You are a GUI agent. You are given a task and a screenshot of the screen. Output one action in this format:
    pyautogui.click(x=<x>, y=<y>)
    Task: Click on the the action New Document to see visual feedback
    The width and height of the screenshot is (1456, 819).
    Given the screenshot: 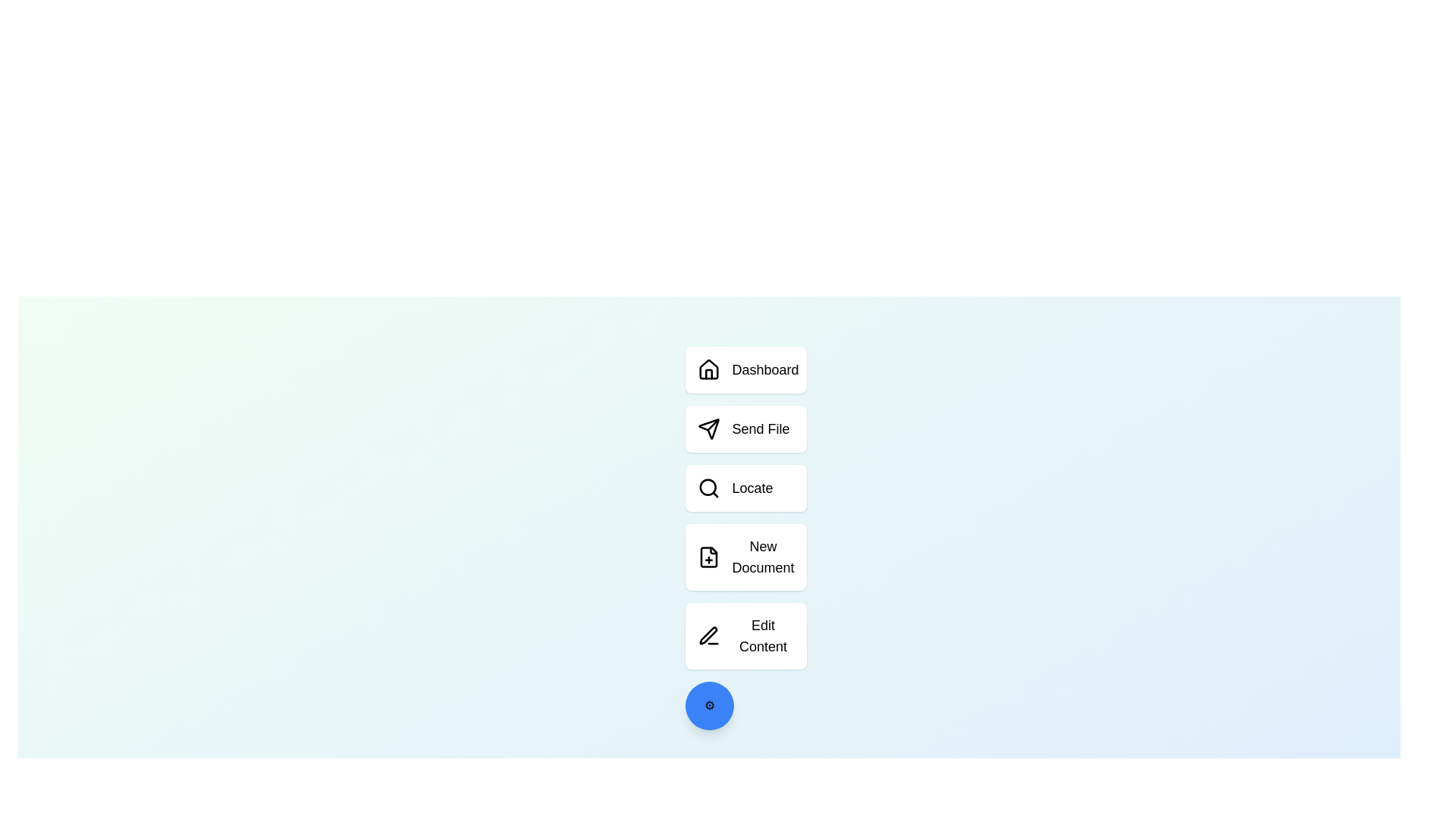 What is the action you would take?
    pyautogui.click(x=745, y=557)
    